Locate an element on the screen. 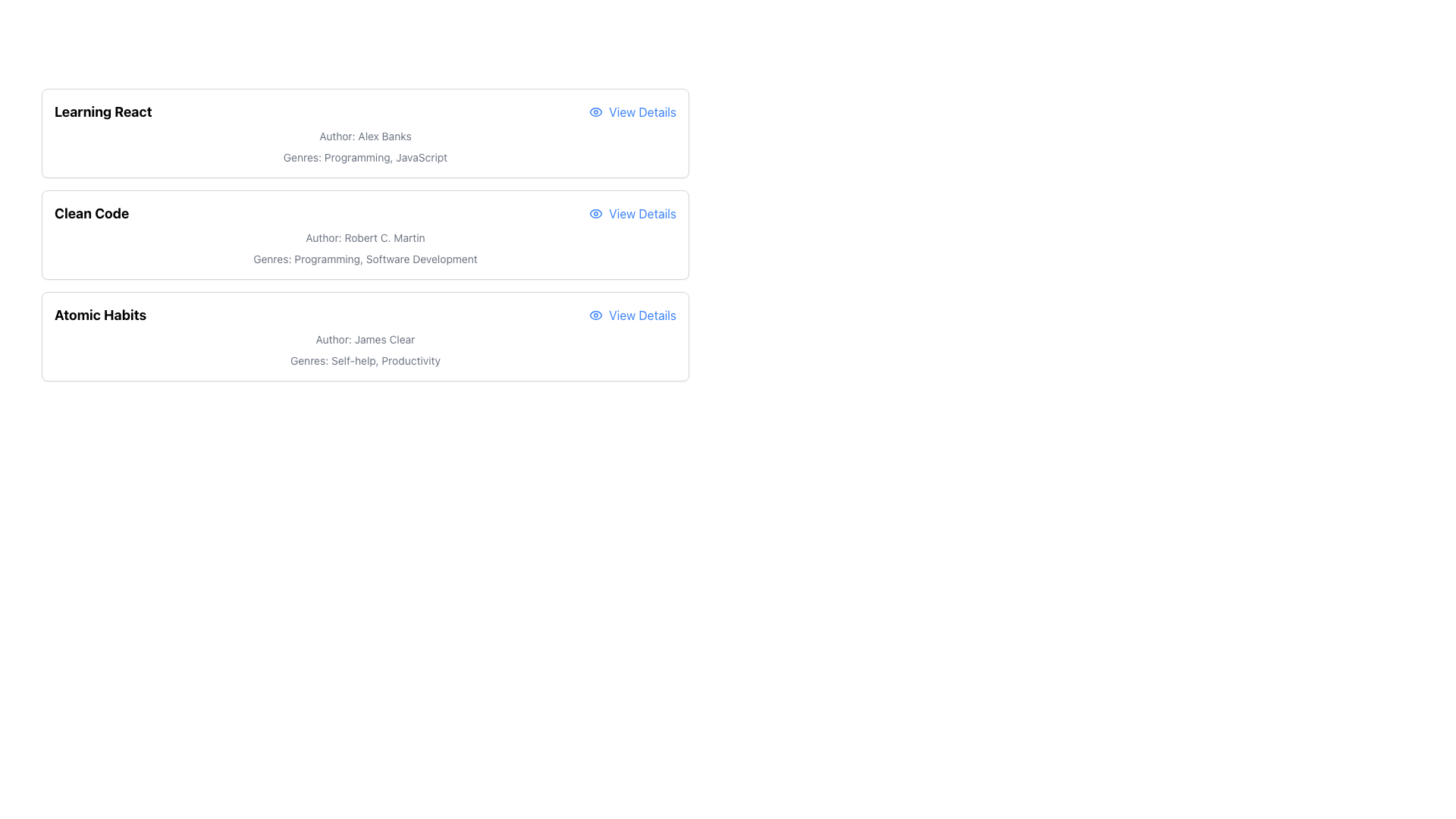 Image resolution: width=1456 pixels, height=819 pixels. the text label displaying 'Genres: Programming, JavaScript', which is styled in a small, light gray font and located in the second row of text in a card-like display beneath 'Author: Alex Banks' is located at coordinates (365, 158).